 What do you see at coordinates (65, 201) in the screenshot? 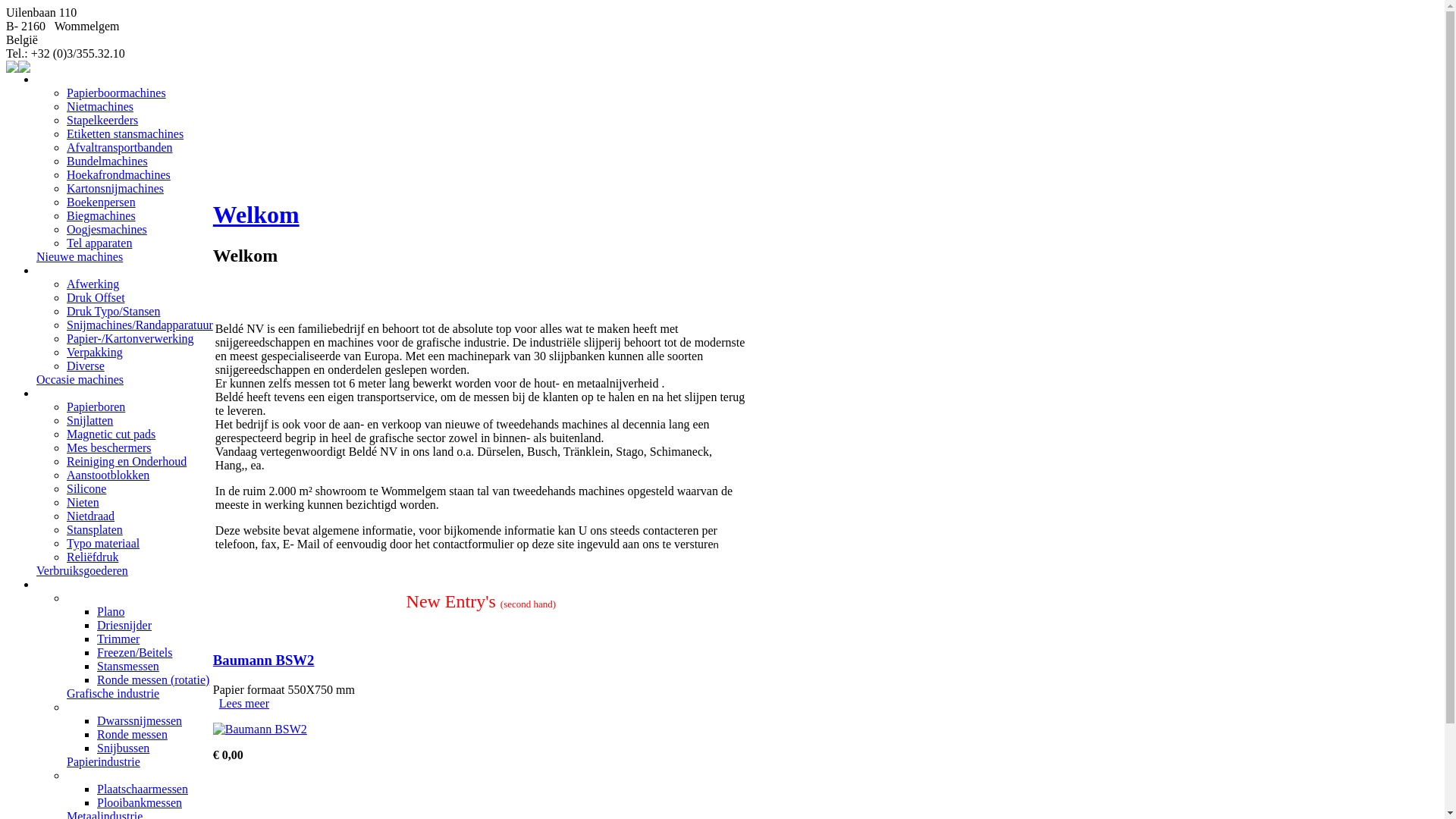
I see `'Boekenpersen'` at bounding box center [65, 201].